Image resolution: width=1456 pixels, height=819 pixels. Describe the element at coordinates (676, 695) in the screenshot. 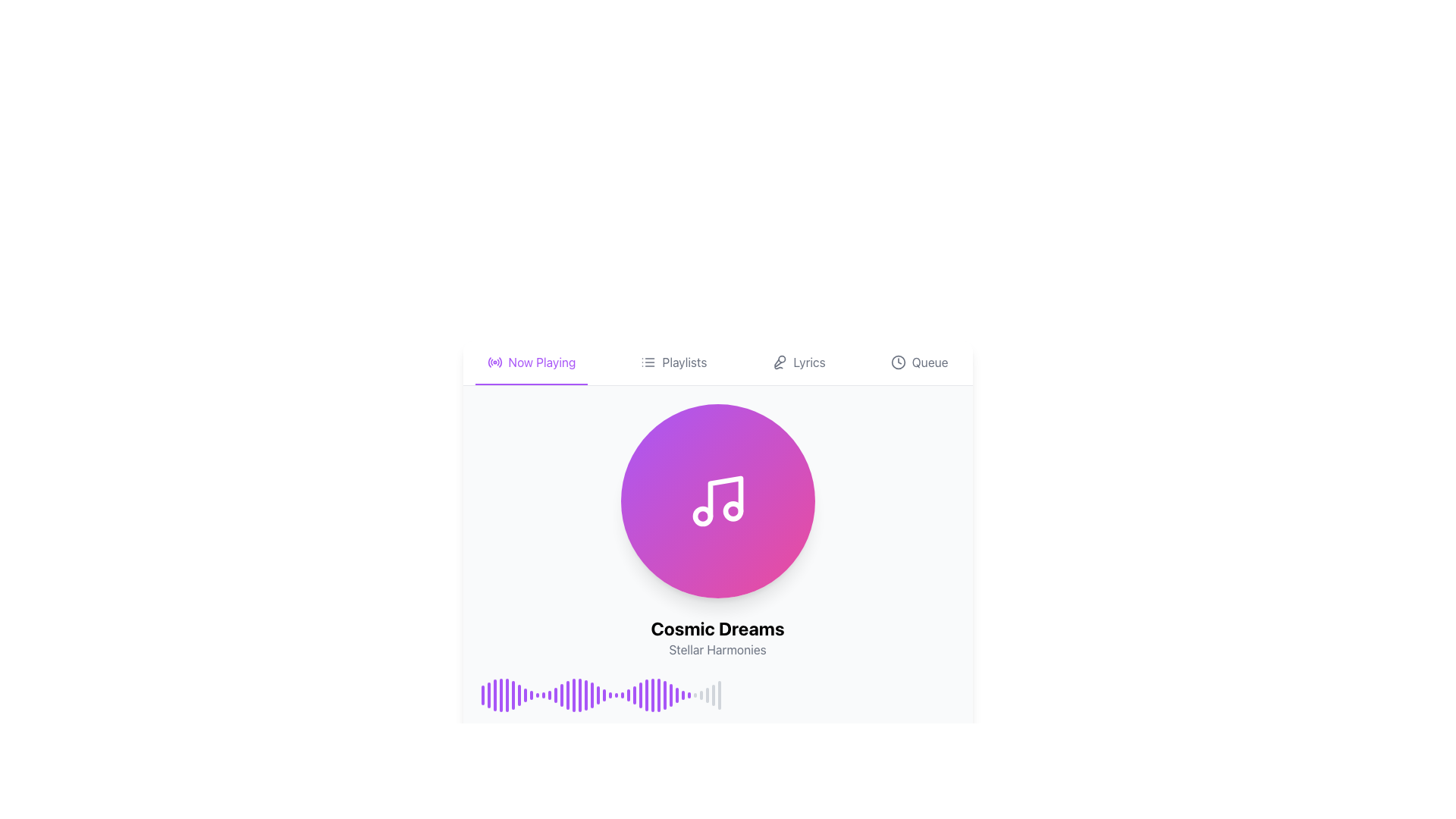

I see `the visual representation of the 25th vertical bar from the left in the waveform, which is styled in vibrant purple and has a rounded top and bottom` at that location.